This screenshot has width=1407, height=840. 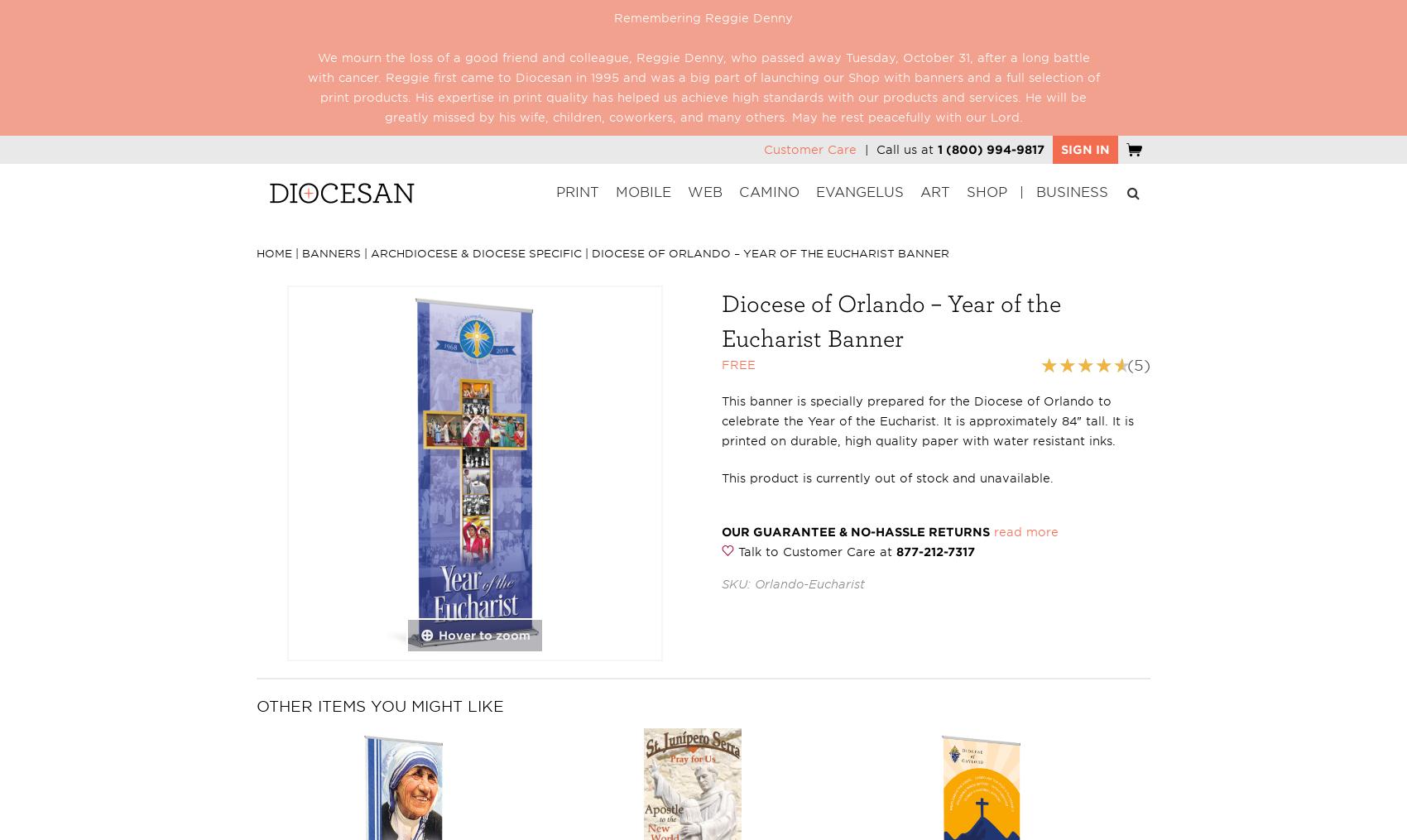 What do you see at coordinates (791, 584) in the screenshot?
I see `'SKU: Orlando-Eucharist'` at bounding box center [791, 584].